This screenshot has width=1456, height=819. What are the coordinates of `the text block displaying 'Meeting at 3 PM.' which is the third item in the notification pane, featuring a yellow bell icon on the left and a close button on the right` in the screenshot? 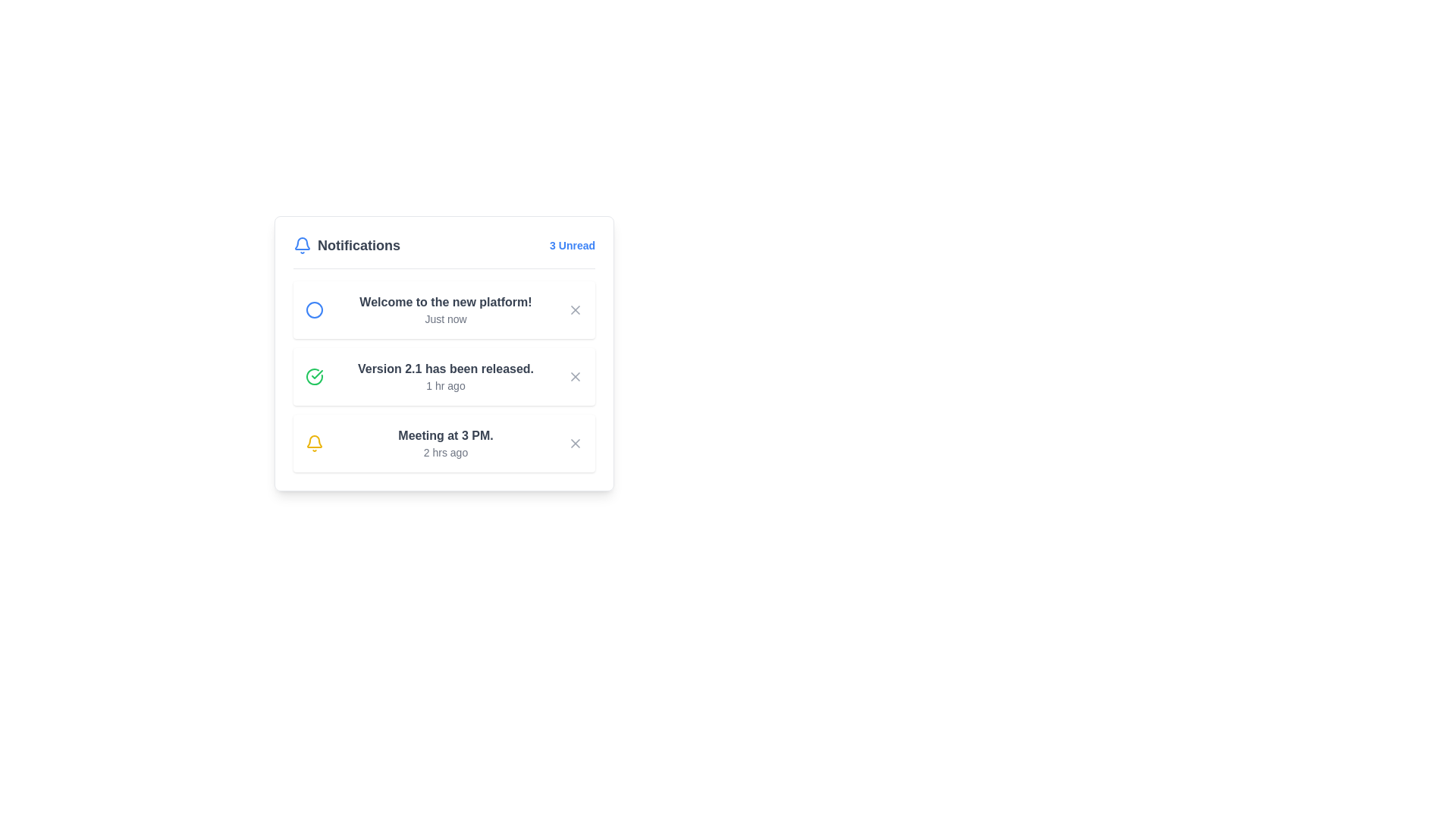 It's located at (445, 444).